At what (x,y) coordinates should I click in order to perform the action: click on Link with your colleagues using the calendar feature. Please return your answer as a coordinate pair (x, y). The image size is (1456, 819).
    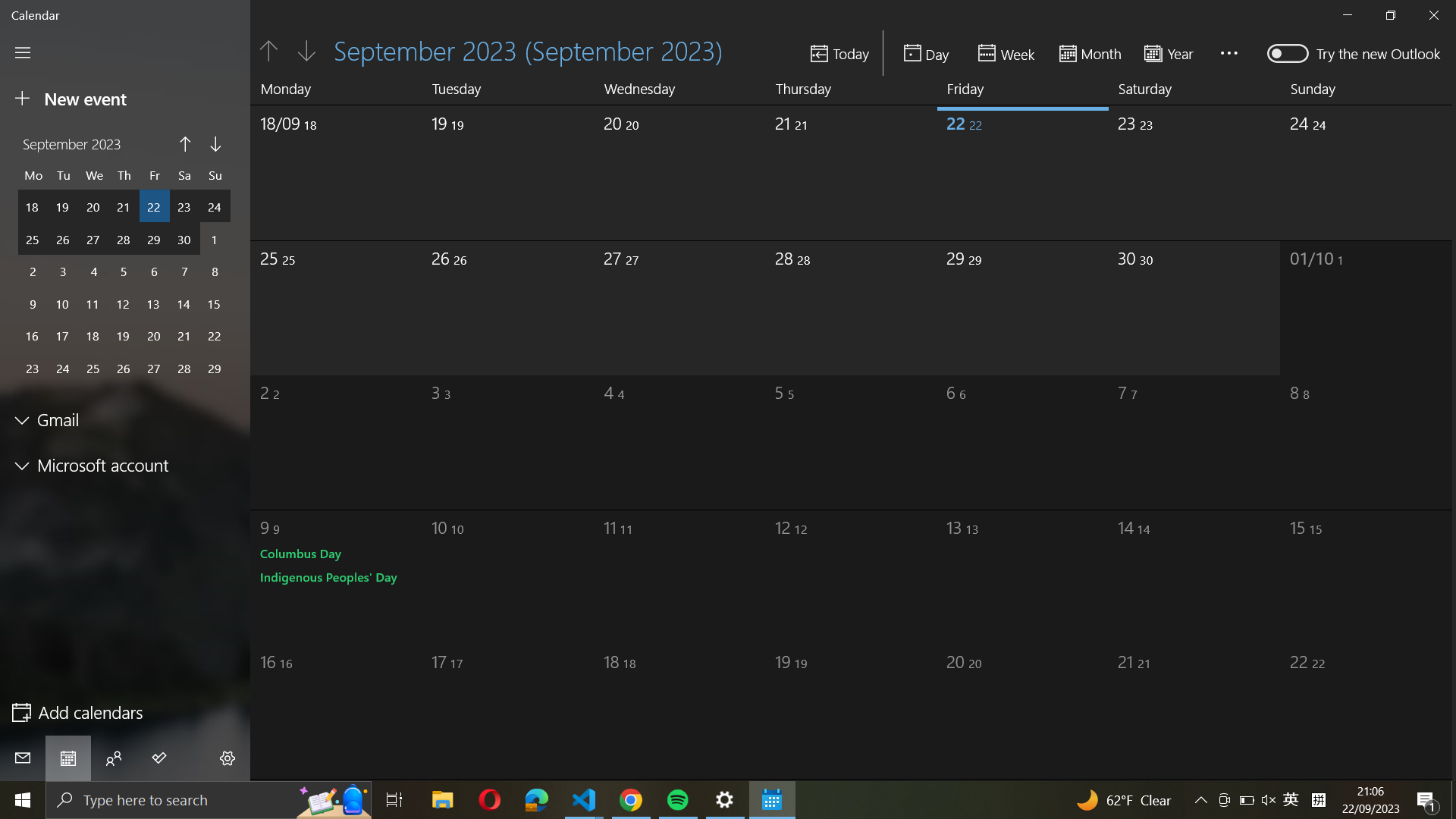
    Looking at the image, I should click on (113, 758).